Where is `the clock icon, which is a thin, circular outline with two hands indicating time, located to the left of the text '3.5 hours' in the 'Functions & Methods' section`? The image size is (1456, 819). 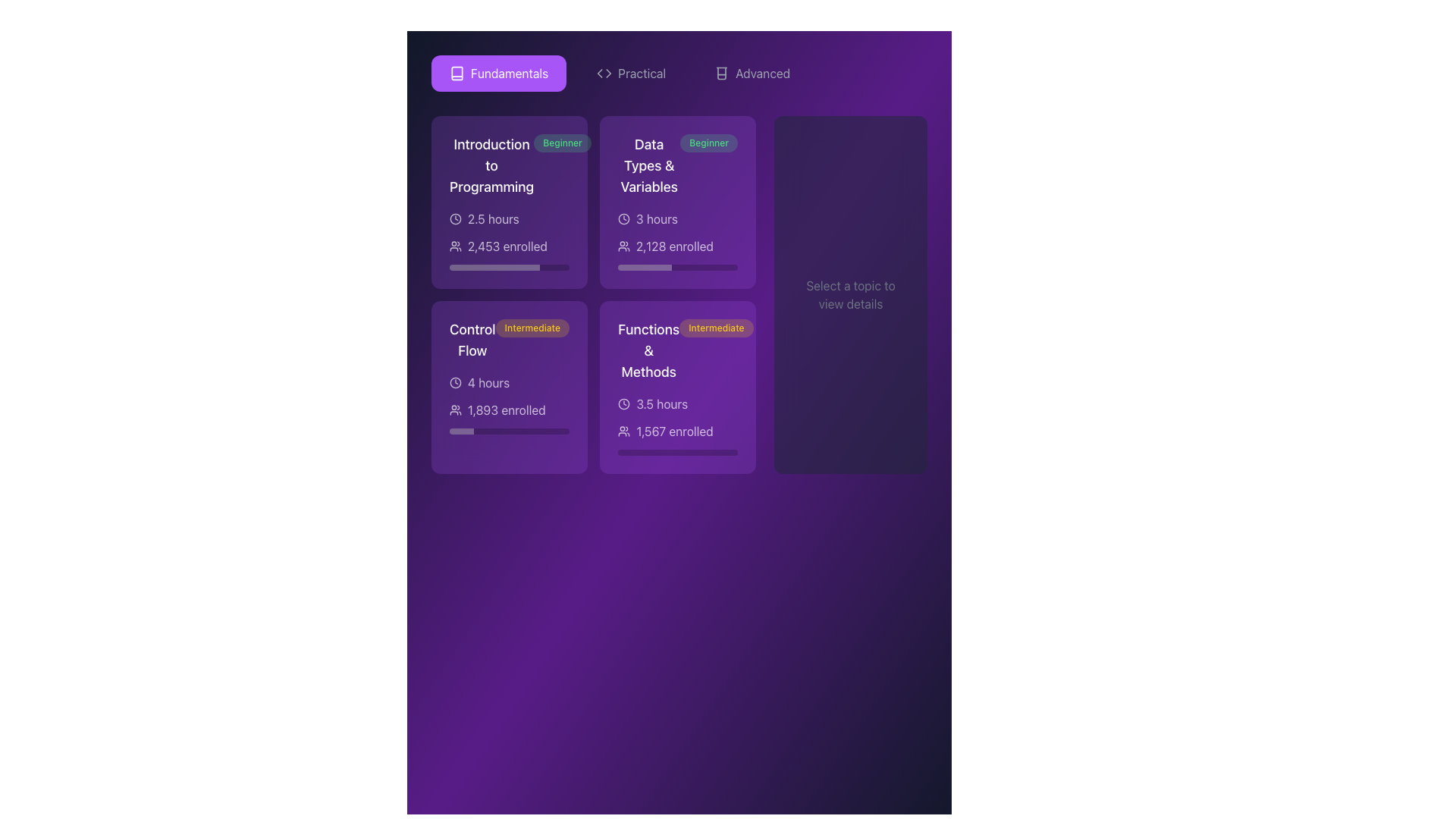
the clock icon, which is a thin, circular outline with two hands indicating time, located to the left of the text '3.5 hours' in the 'Functions & Methods' section is located at coordinates (623, 403).